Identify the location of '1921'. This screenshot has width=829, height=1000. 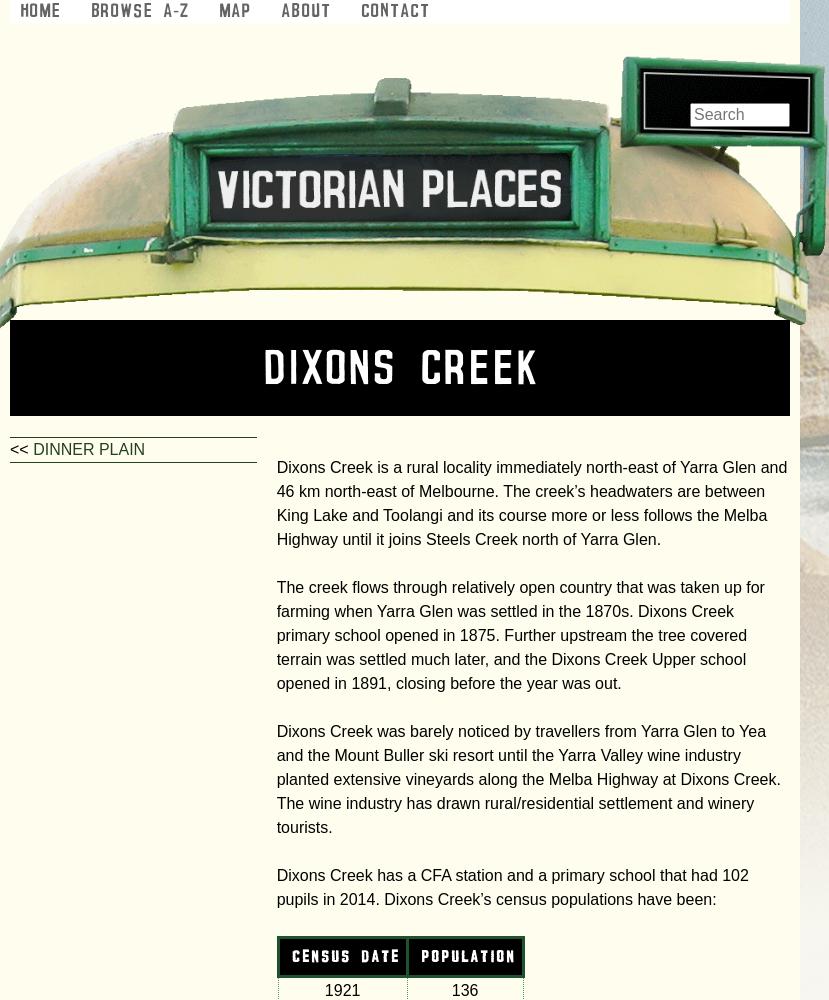
(340, 989).